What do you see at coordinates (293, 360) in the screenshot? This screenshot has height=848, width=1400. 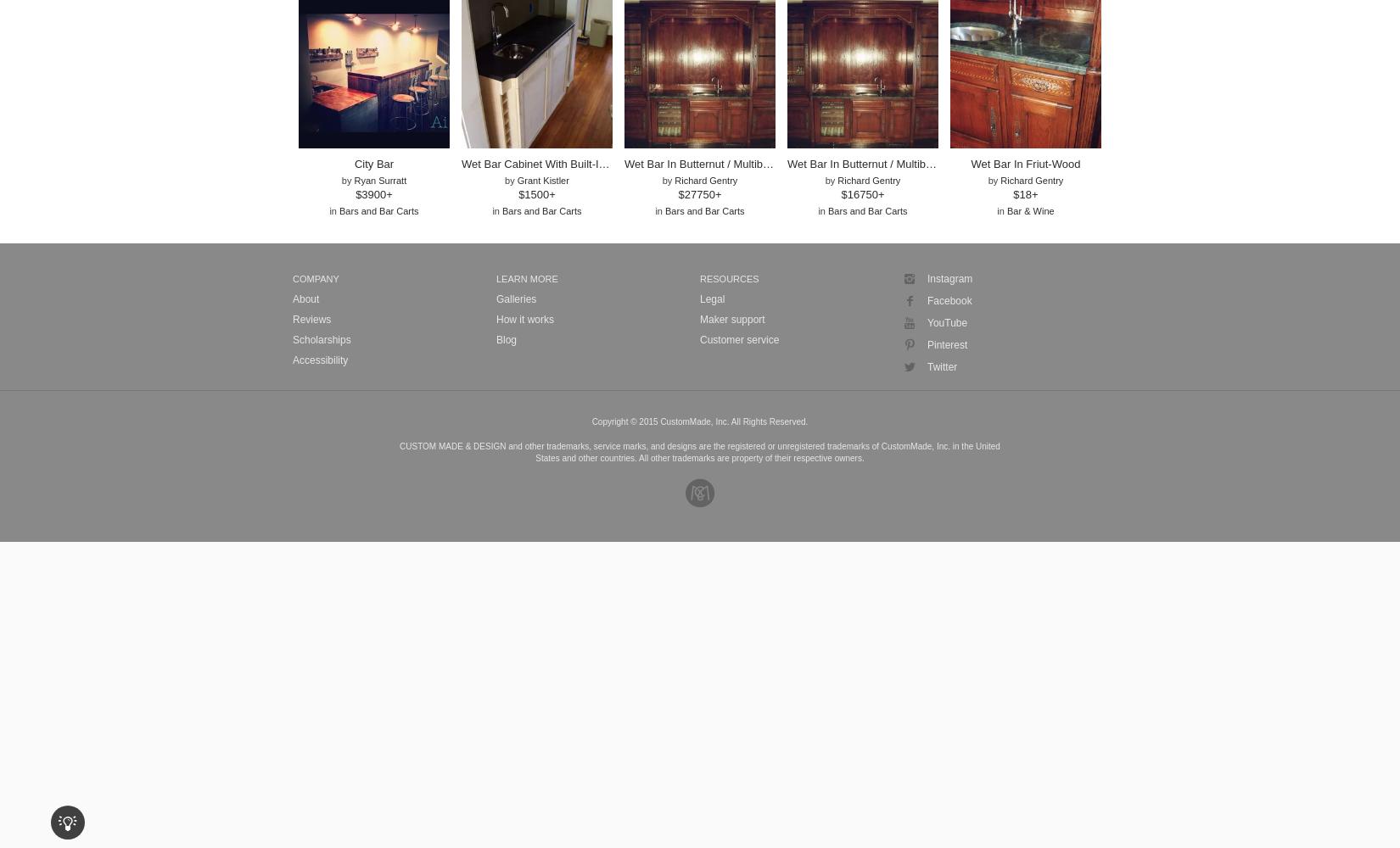 I see `'Accessibility'` at bounding box center [293, 360].